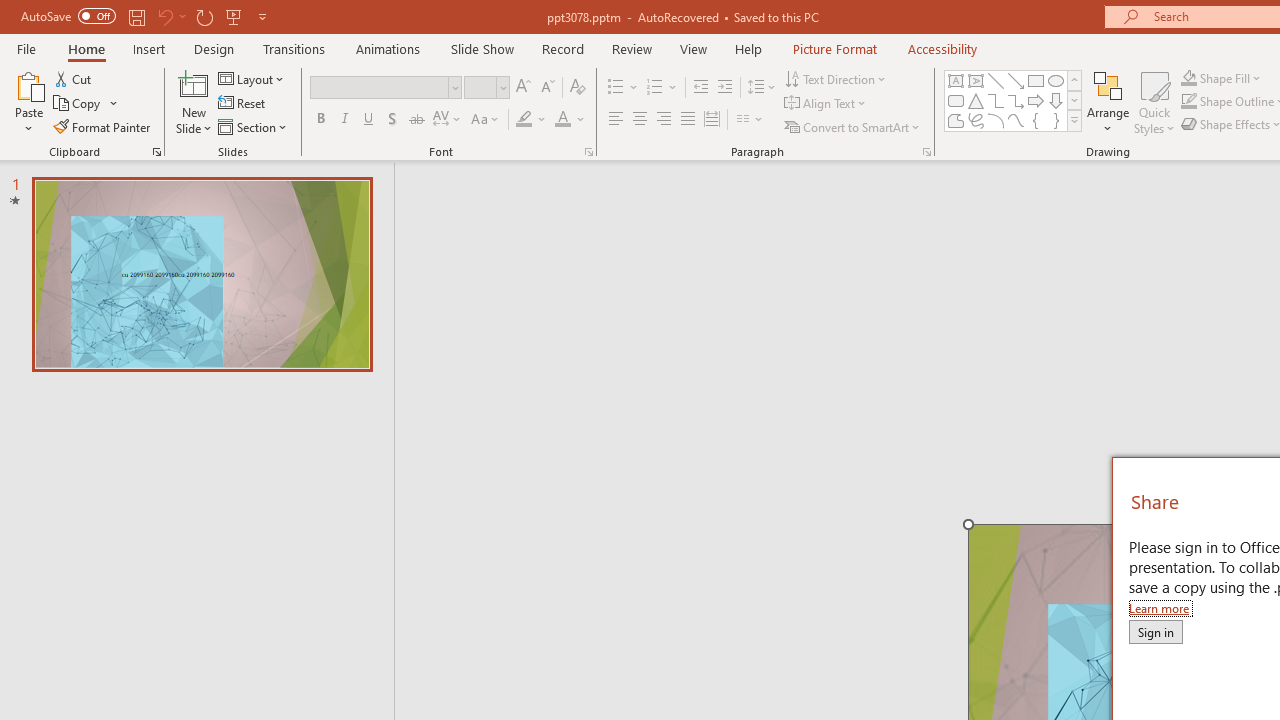  I want to click on 'Align Right', so click(663, 119).